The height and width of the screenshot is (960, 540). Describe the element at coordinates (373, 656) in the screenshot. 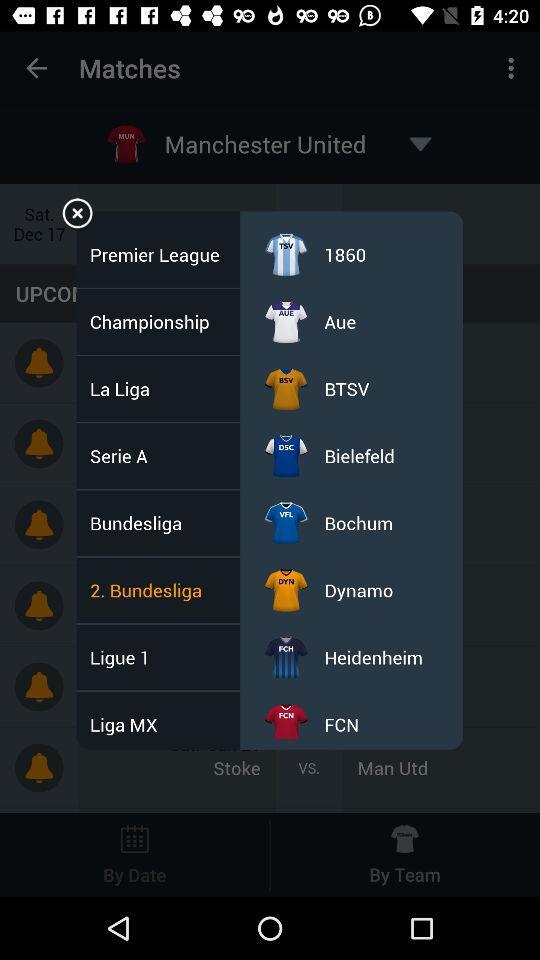

I see `the icon above fcn item` at that location.